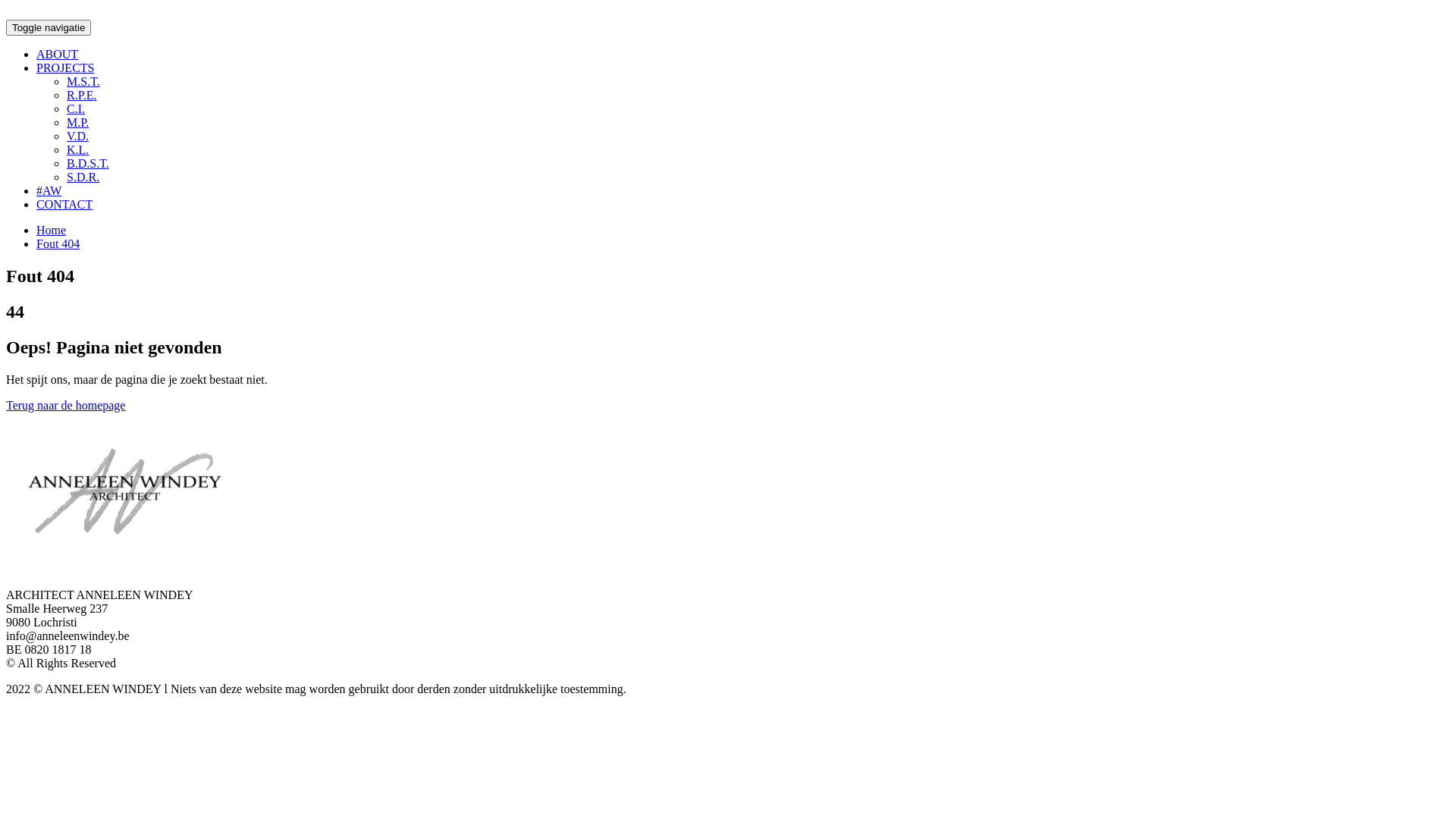  What do you see at coordinates (65, 176) in the screenshot?
I see `'S.D.R.'` at bounding box center [65, 176].